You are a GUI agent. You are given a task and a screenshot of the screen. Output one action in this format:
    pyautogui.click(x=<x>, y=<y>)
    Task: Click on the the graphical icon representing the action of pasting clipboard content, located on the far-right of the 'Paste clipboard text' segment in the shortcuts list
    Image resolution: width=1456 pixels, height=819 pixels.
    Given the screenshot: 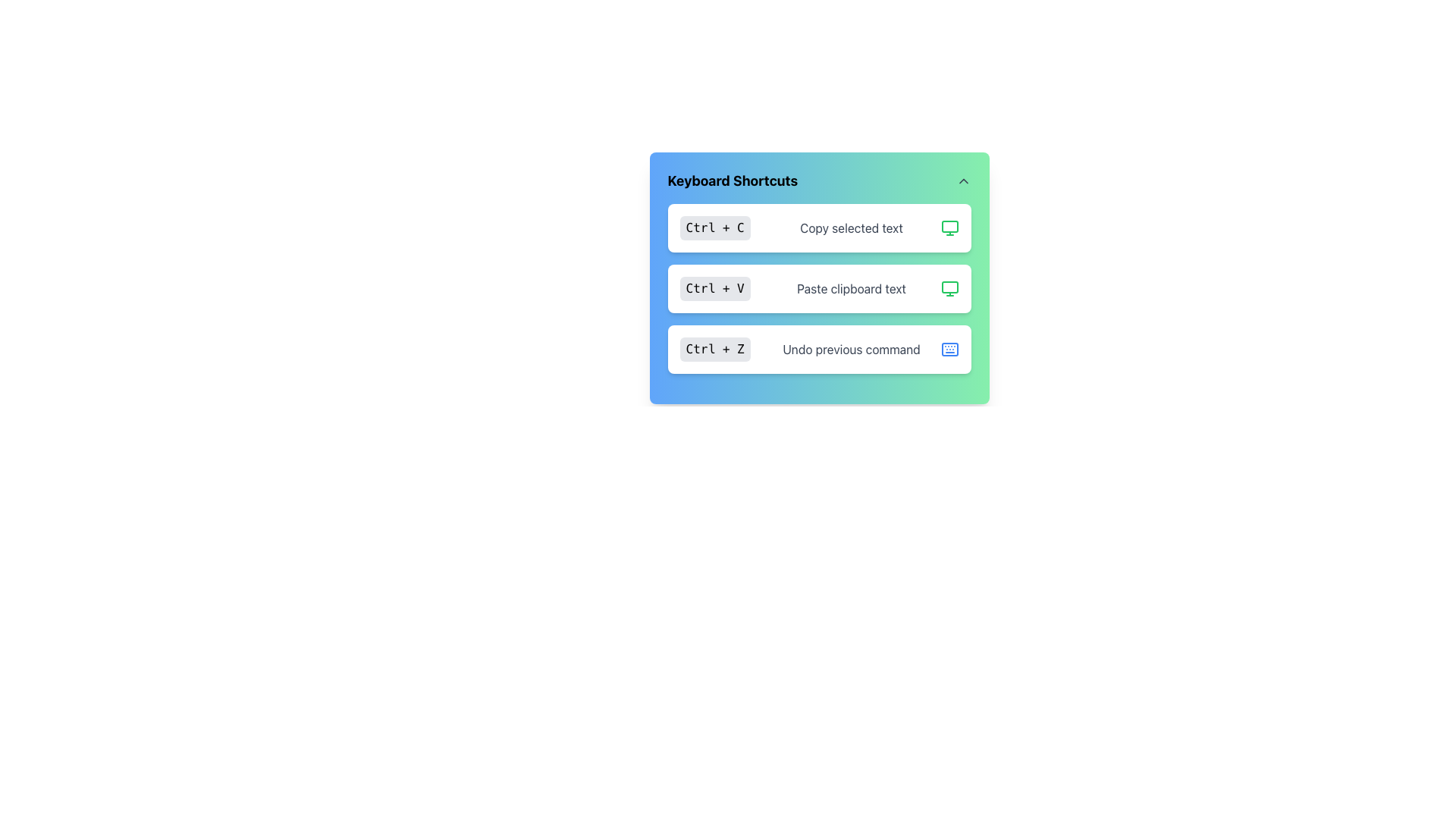 What is the action you would take?
    pyautogui.click(x=949, y=289)
    